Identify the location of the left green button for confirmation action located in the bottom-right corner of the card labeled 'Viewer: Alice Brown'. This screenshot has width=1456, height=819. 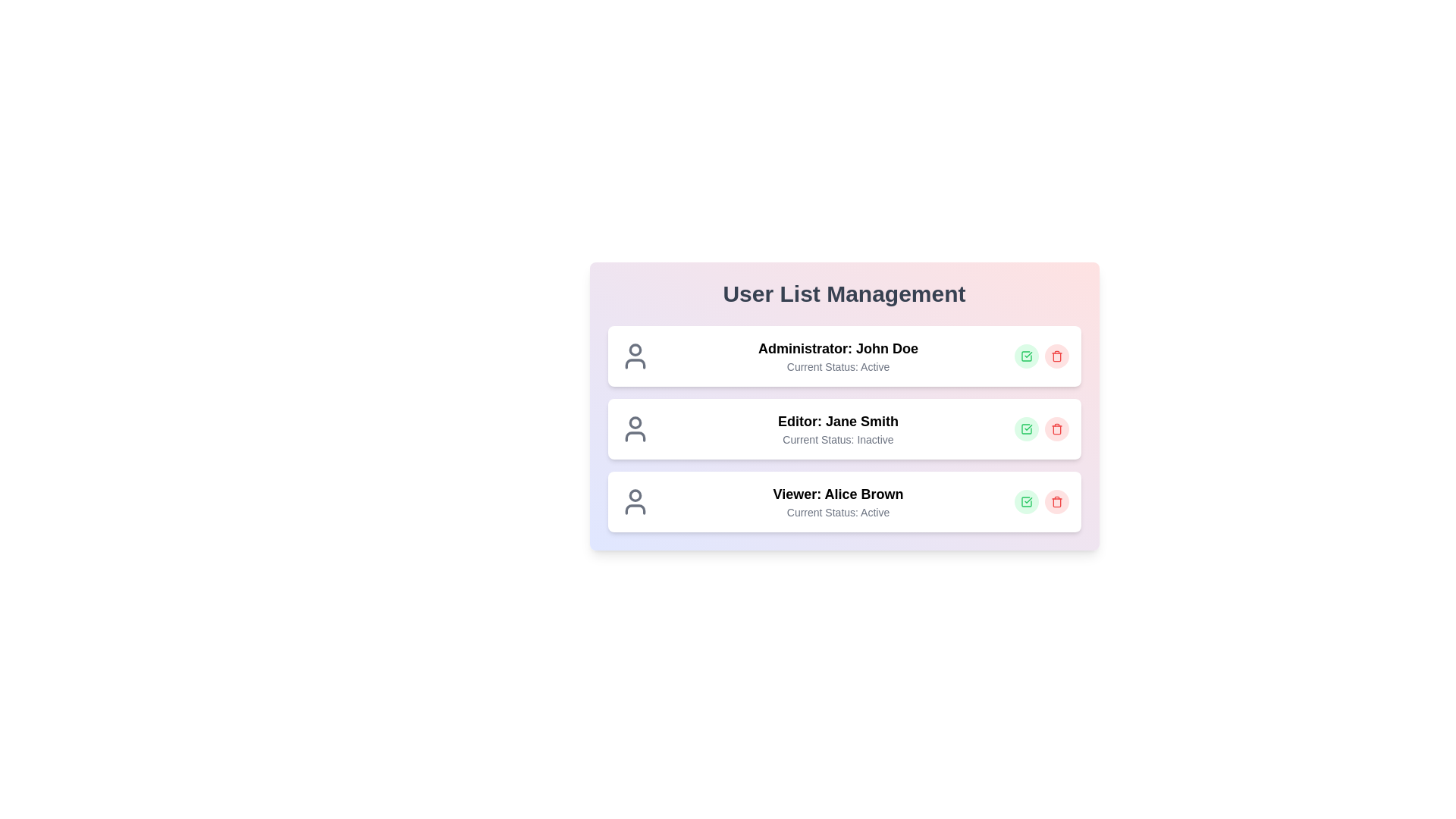
(1040, 502).